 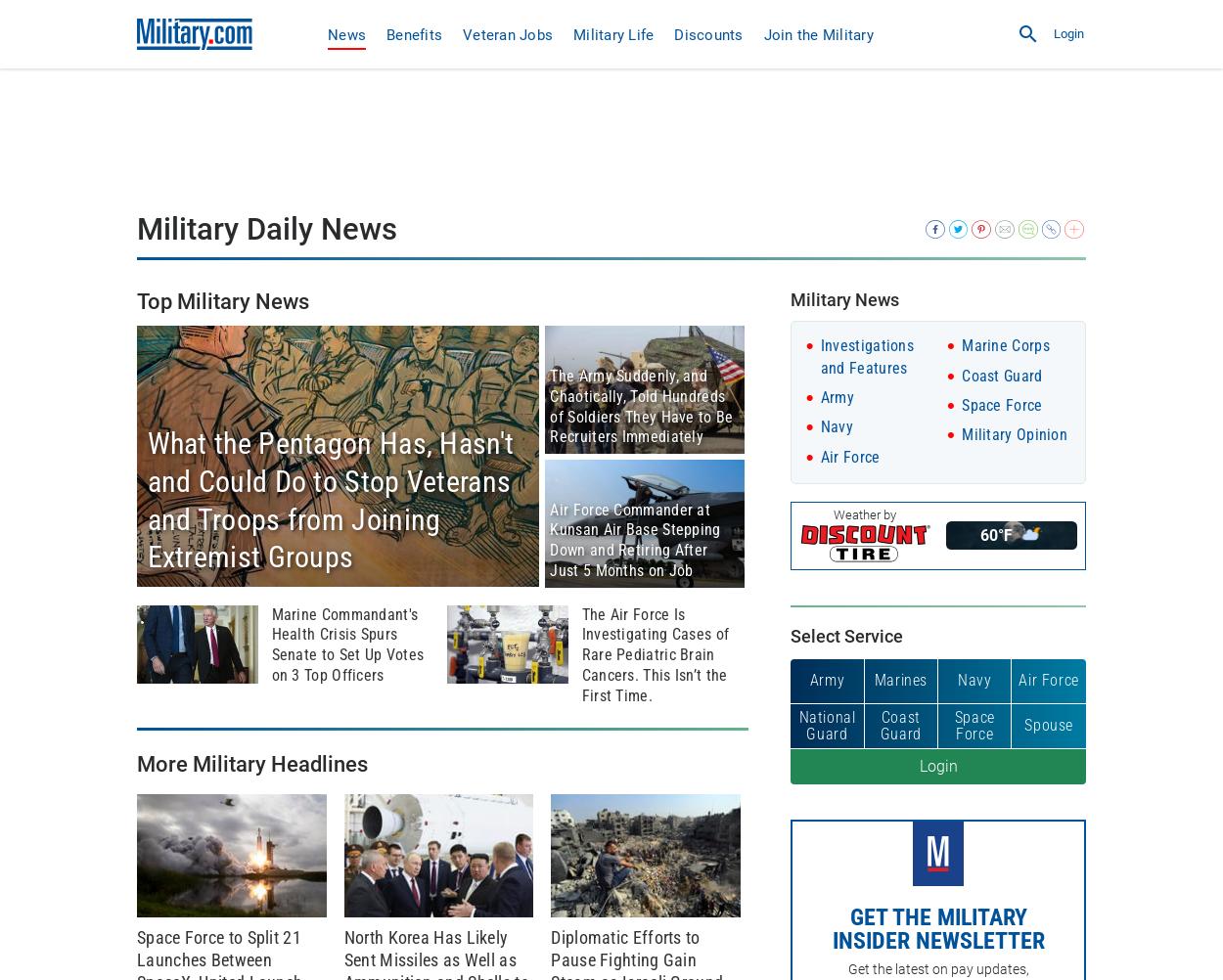 I want to click on 'Military News', so click(x=843, y=297).